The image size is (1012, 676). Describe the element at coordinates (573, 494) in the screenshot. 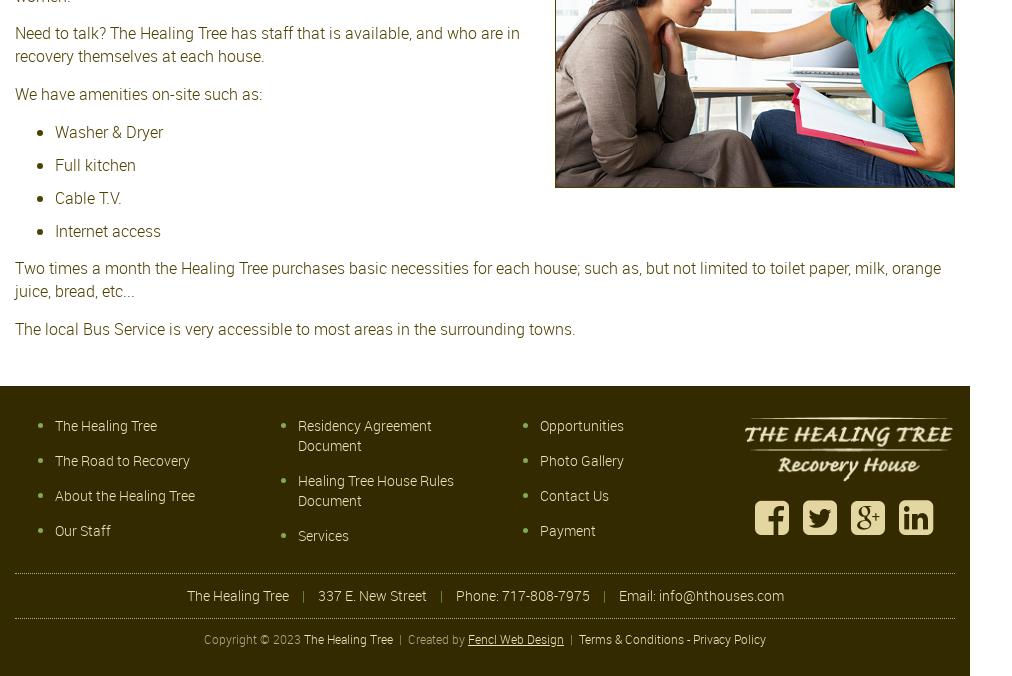

I see `'Contact Us'` at that location.